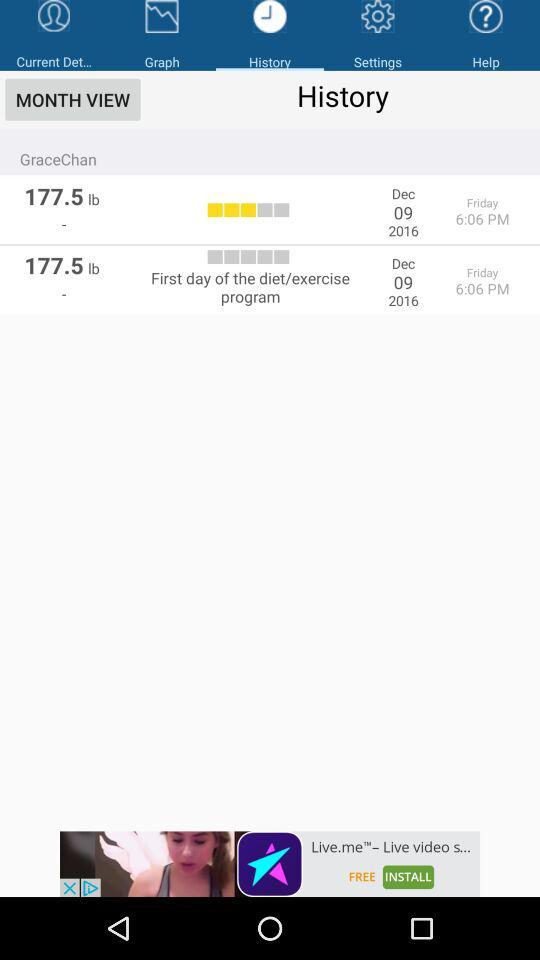 This screenshot has height=960, width=540. I want to click on open webpage of displayed advertisement, so click(270, 863).